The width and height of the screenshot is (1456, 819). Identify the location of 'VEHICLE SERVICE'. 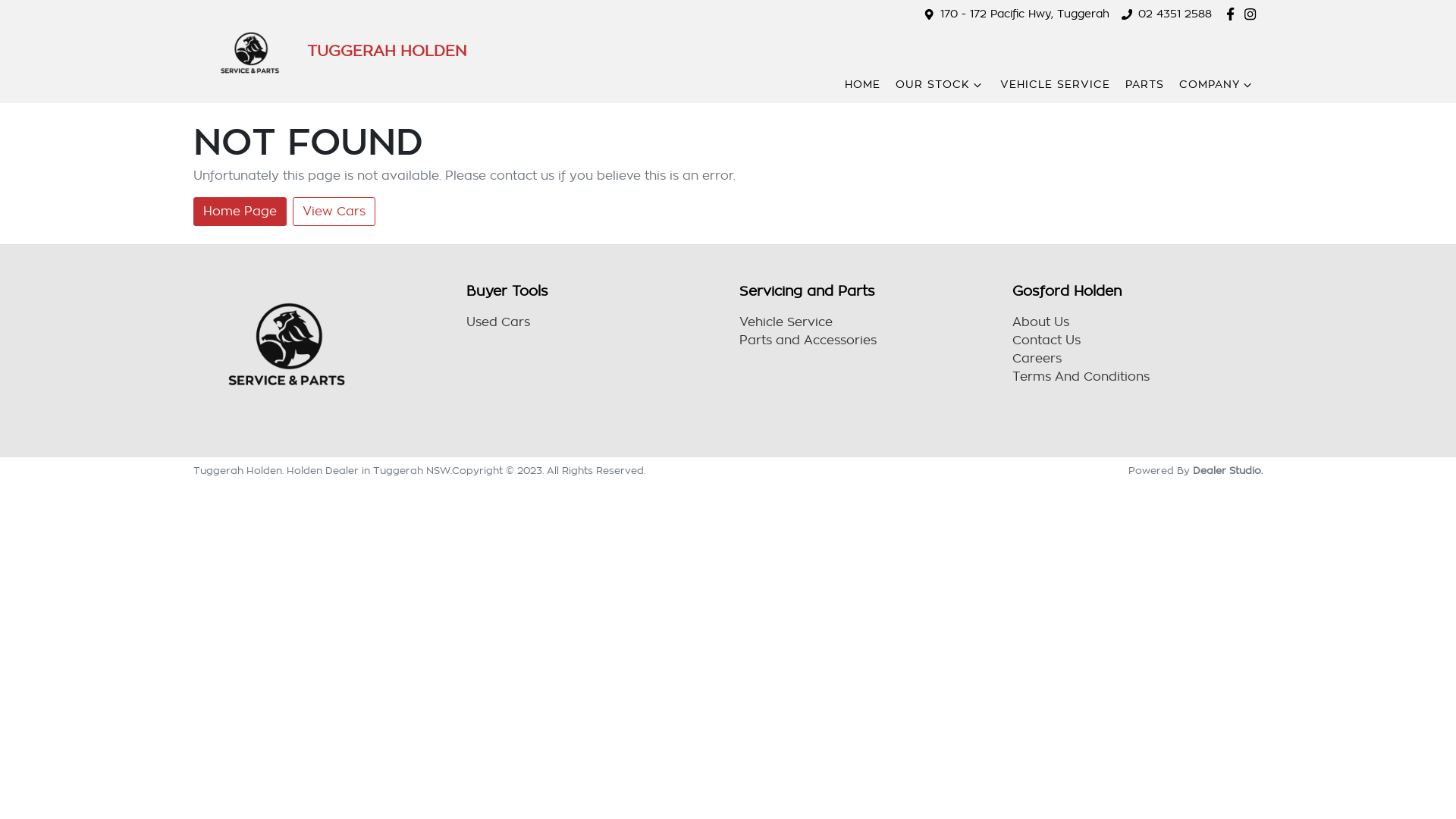
(1054, 84).